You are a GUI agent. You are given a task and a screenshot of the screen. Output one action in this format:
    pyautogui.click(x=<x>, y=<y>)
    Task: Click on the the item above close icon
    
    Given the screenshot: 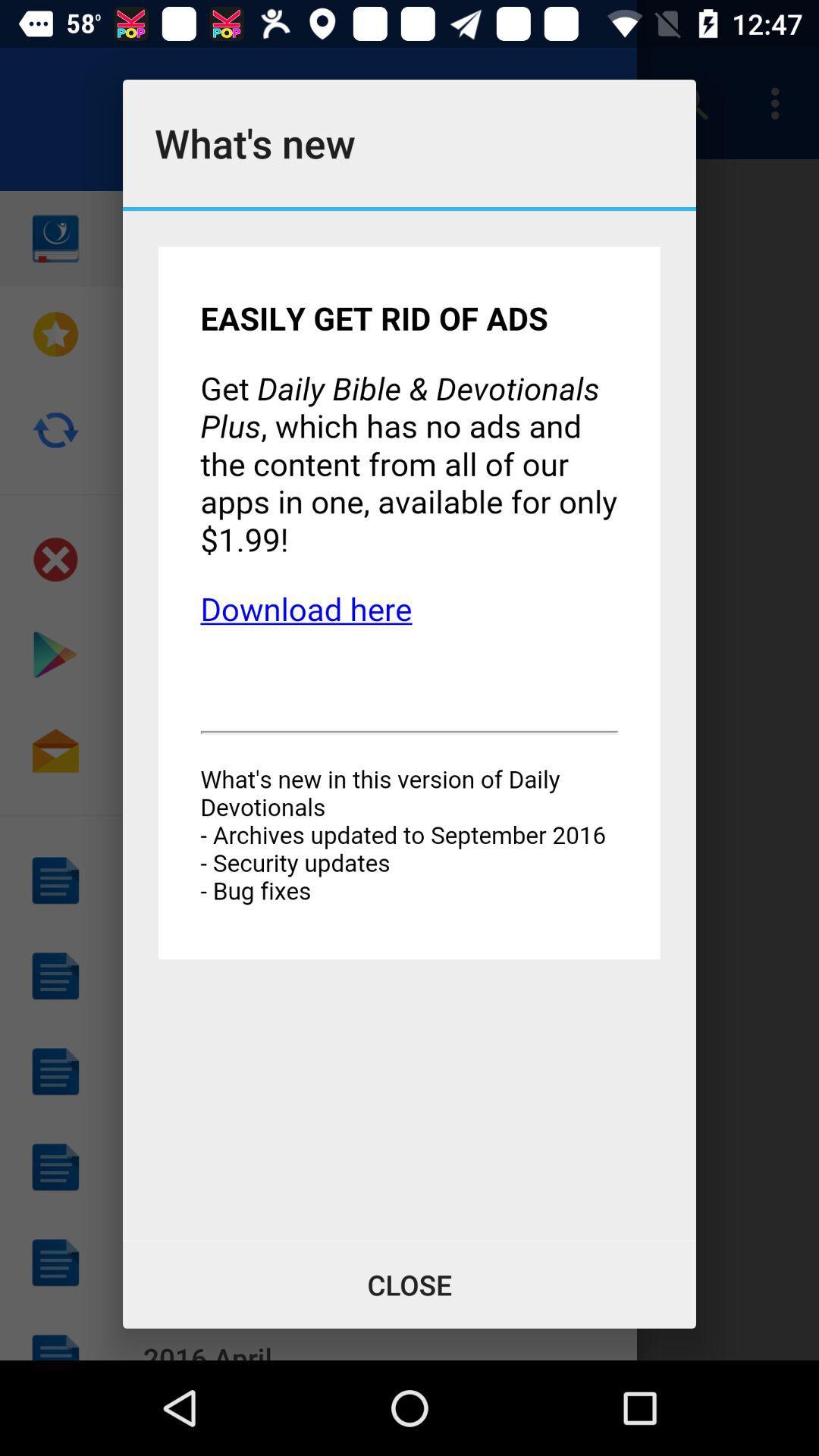 What is the action you would take?
    pyautogui.click(x=409, y=724)
    